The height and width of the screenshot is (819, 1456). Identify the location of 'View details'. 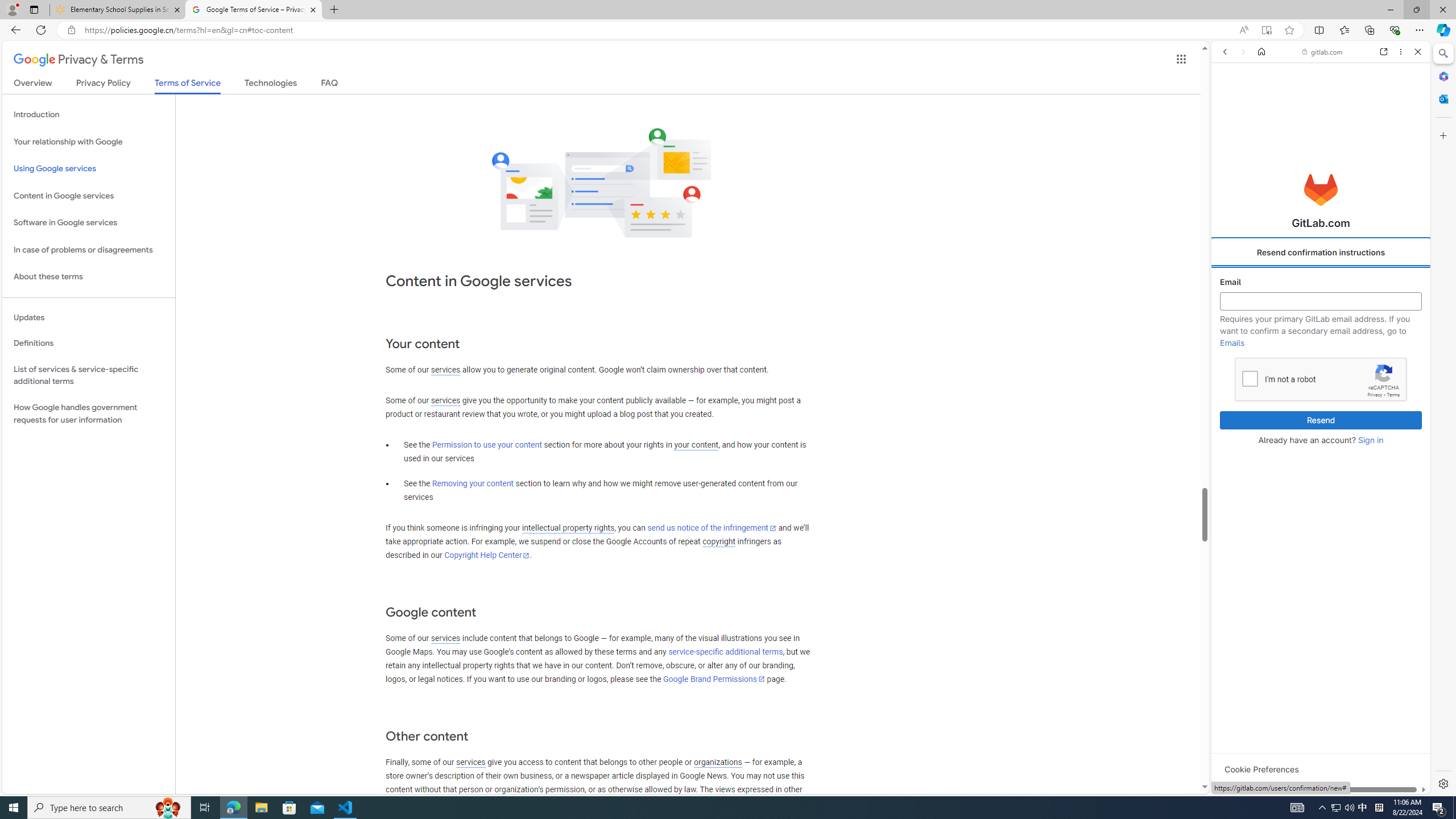
(1379, 553).